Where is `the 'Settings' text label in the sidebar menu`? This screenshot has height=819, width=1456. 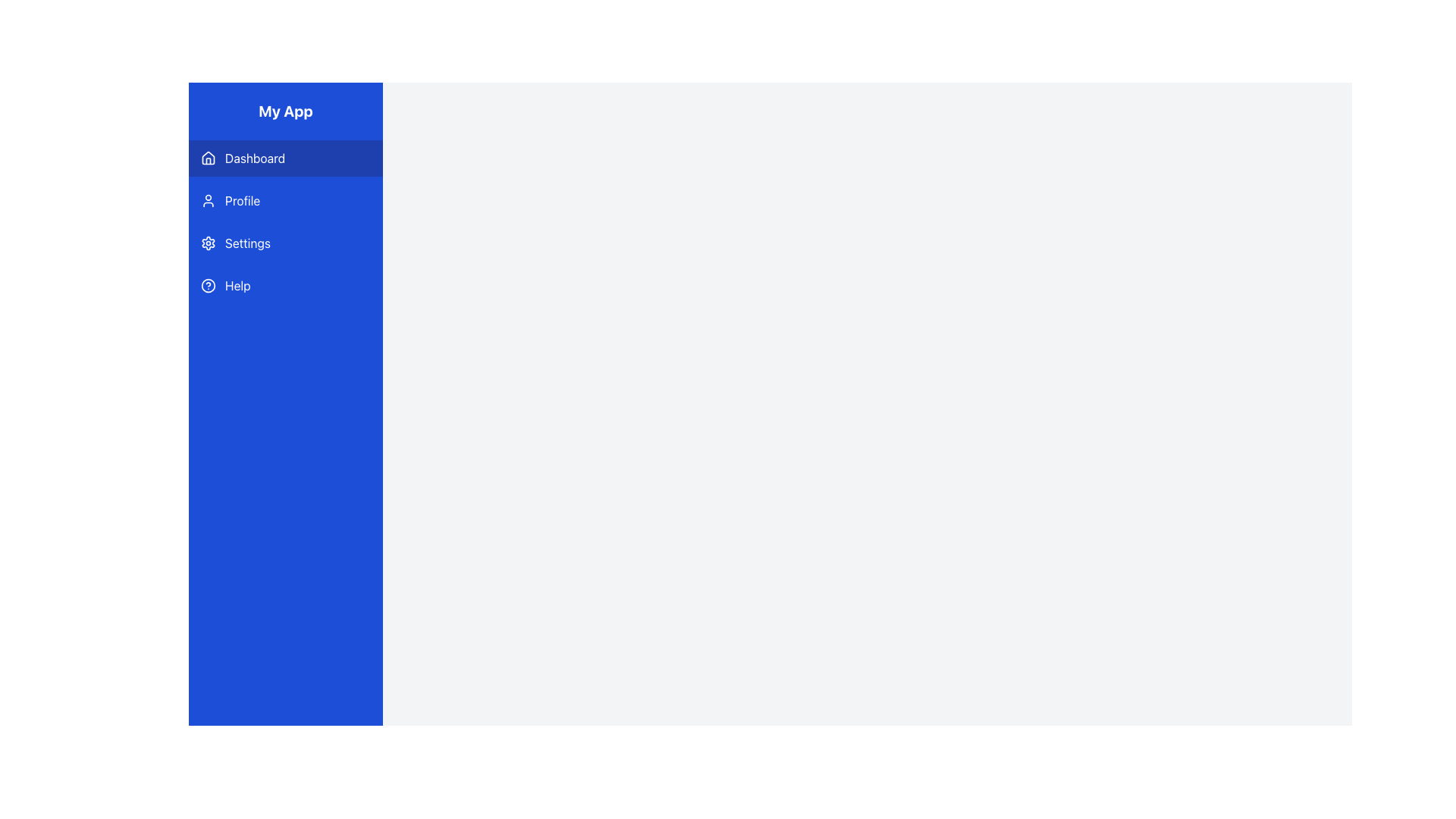
the 'Settings' text label in the sidebar menu is located at coordinates (247, 242).